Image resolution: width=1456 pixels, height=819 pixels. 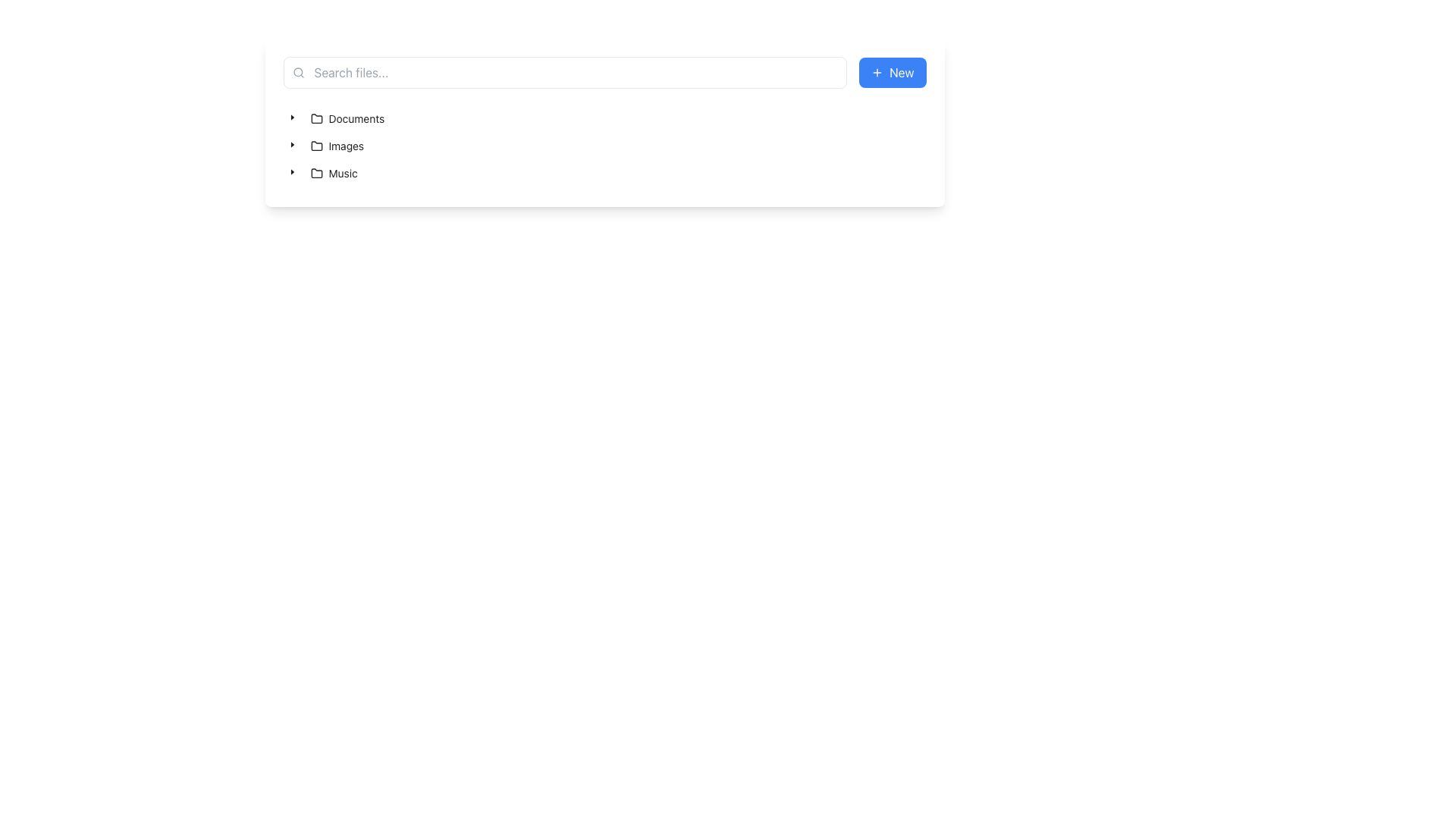 What do you see at coordinates (298, 73) in the screenshot?
I see `the gray magnifying glass icon, which is positioned on the left side of the search bar, aligning with the placeholder text 'Search files...'` at bounding box center [298, 73].